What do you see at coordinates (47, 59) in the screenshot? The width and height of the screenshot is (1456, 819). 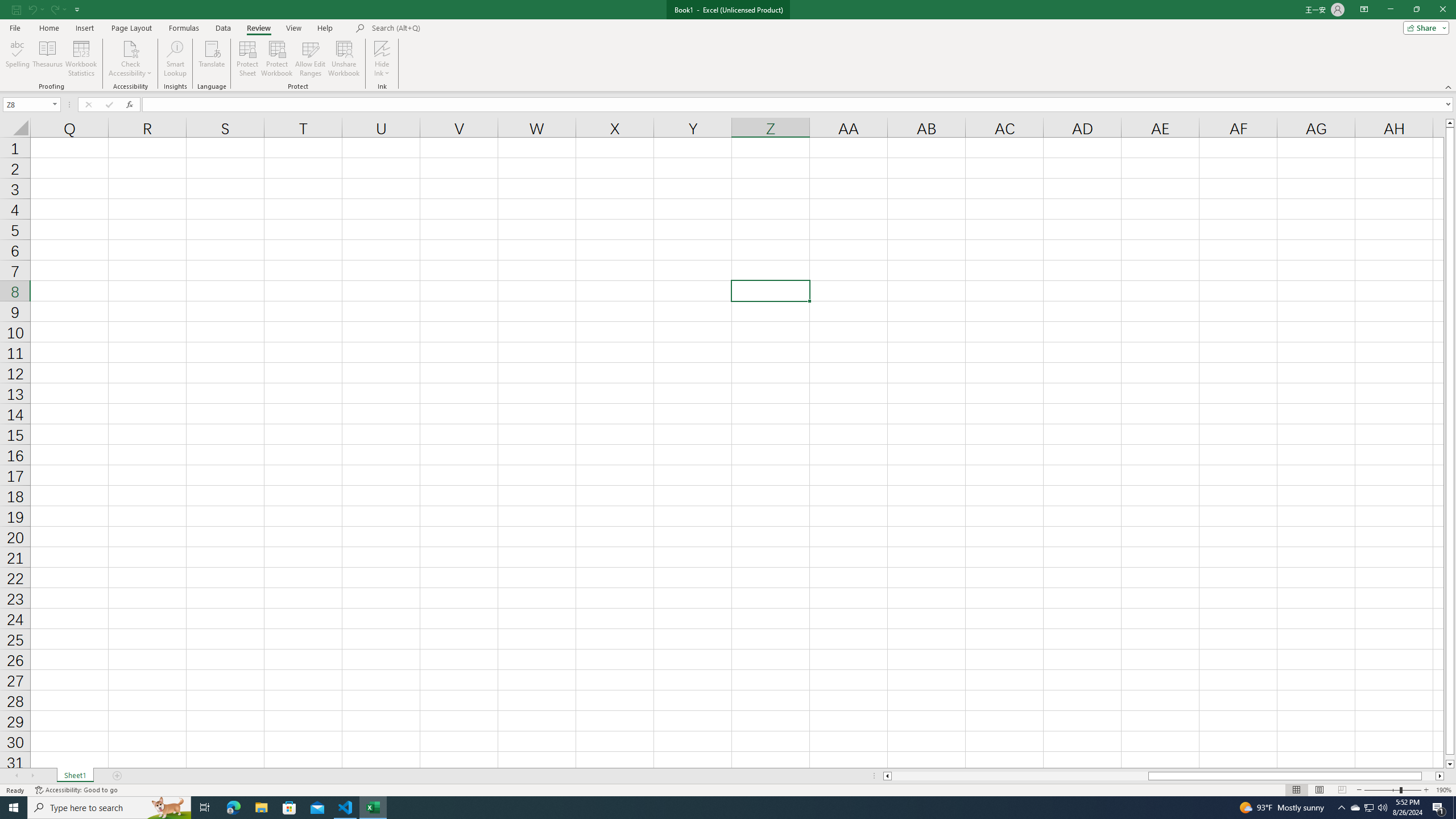 I see `'Thesaurus...'` at bounding box center [47, 59].